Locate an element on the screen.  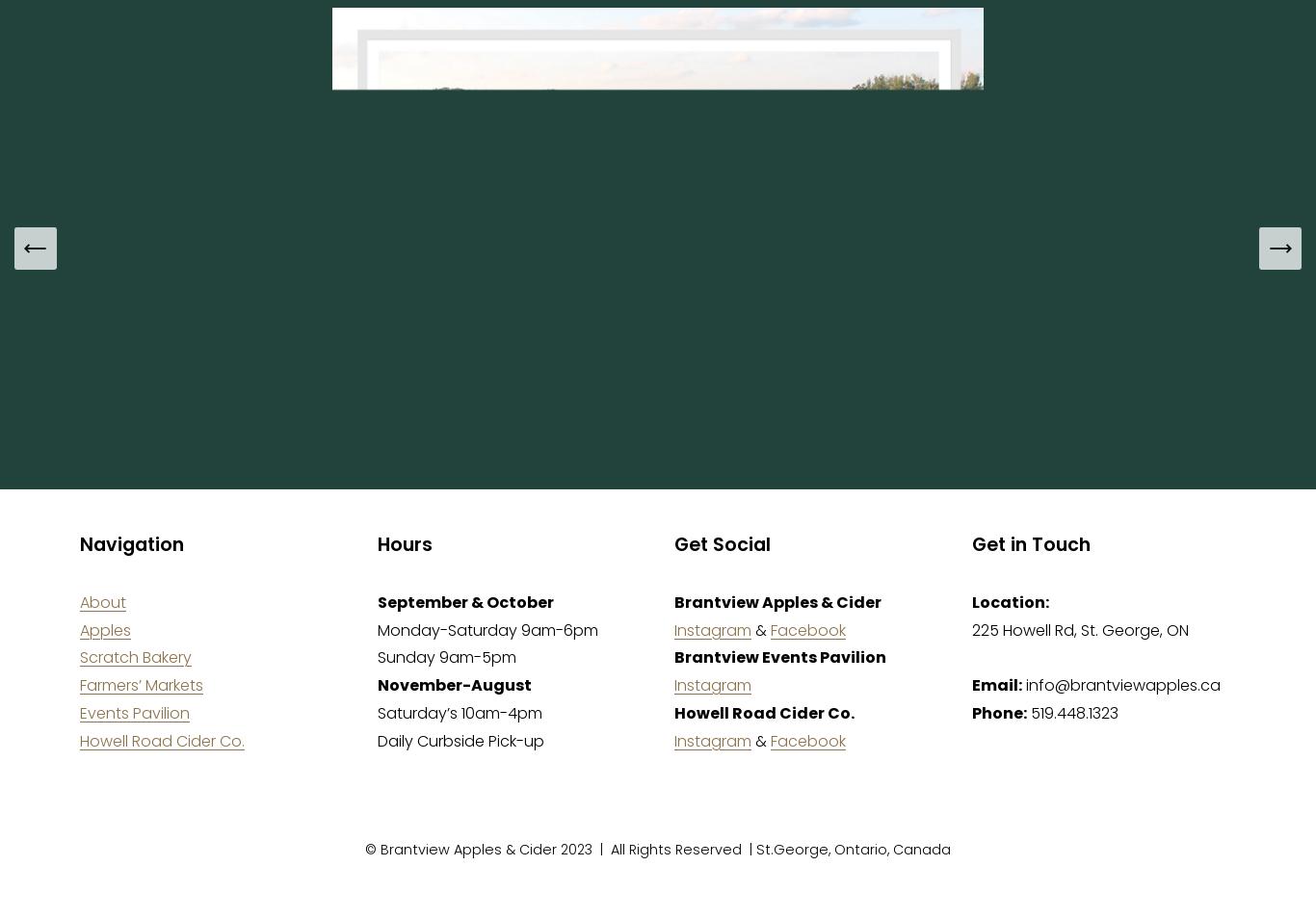
'Location:' is located at coordinates (1008, 600).